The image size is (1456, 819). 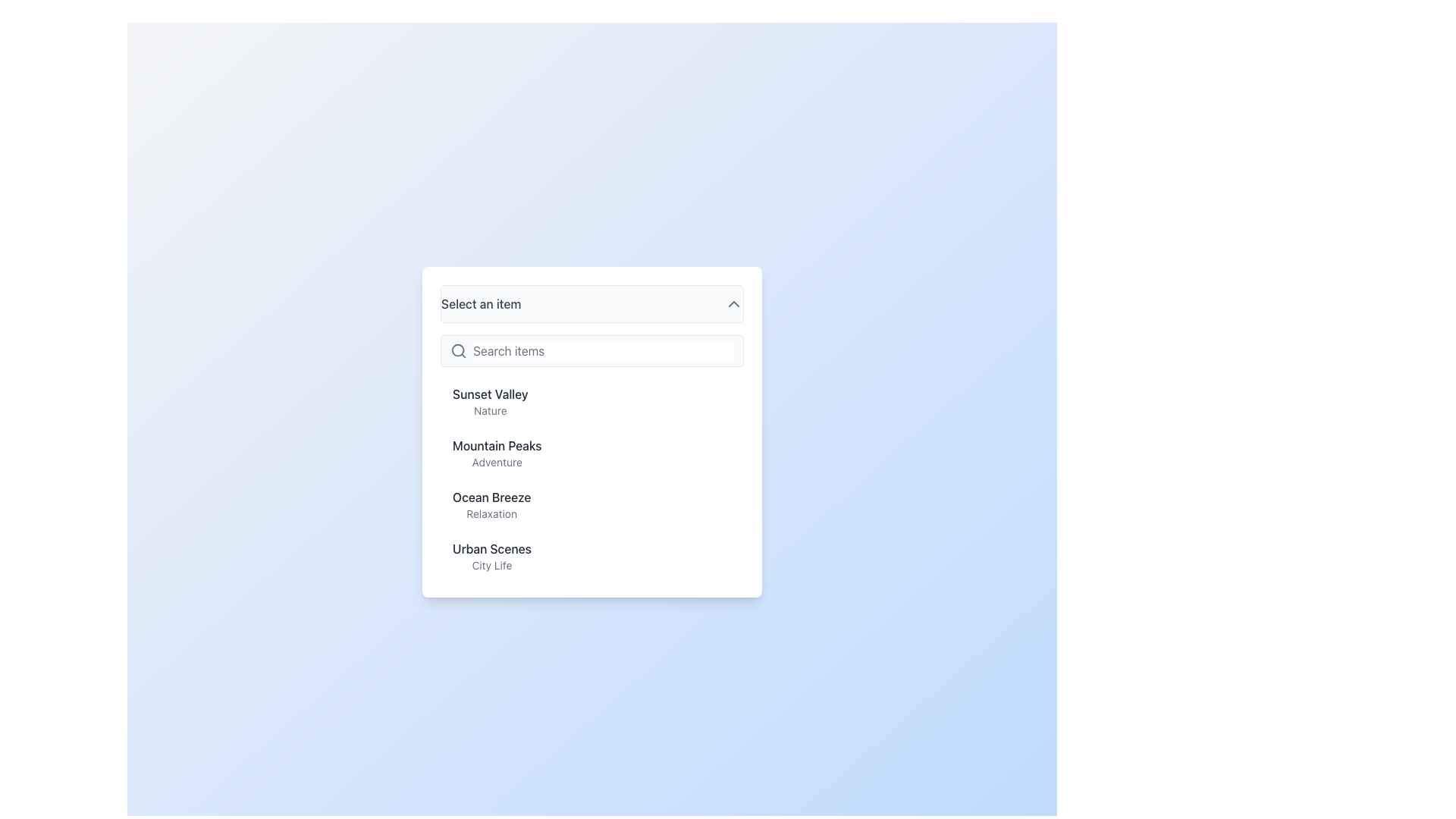 What do you see at coordinates (734, 304) in the screenshot?
I see `the chevron icon indicating the dropdown menu state, which is located to the right of the text 'Select an item' and is currently expanded` at bounding box center [734, 304].